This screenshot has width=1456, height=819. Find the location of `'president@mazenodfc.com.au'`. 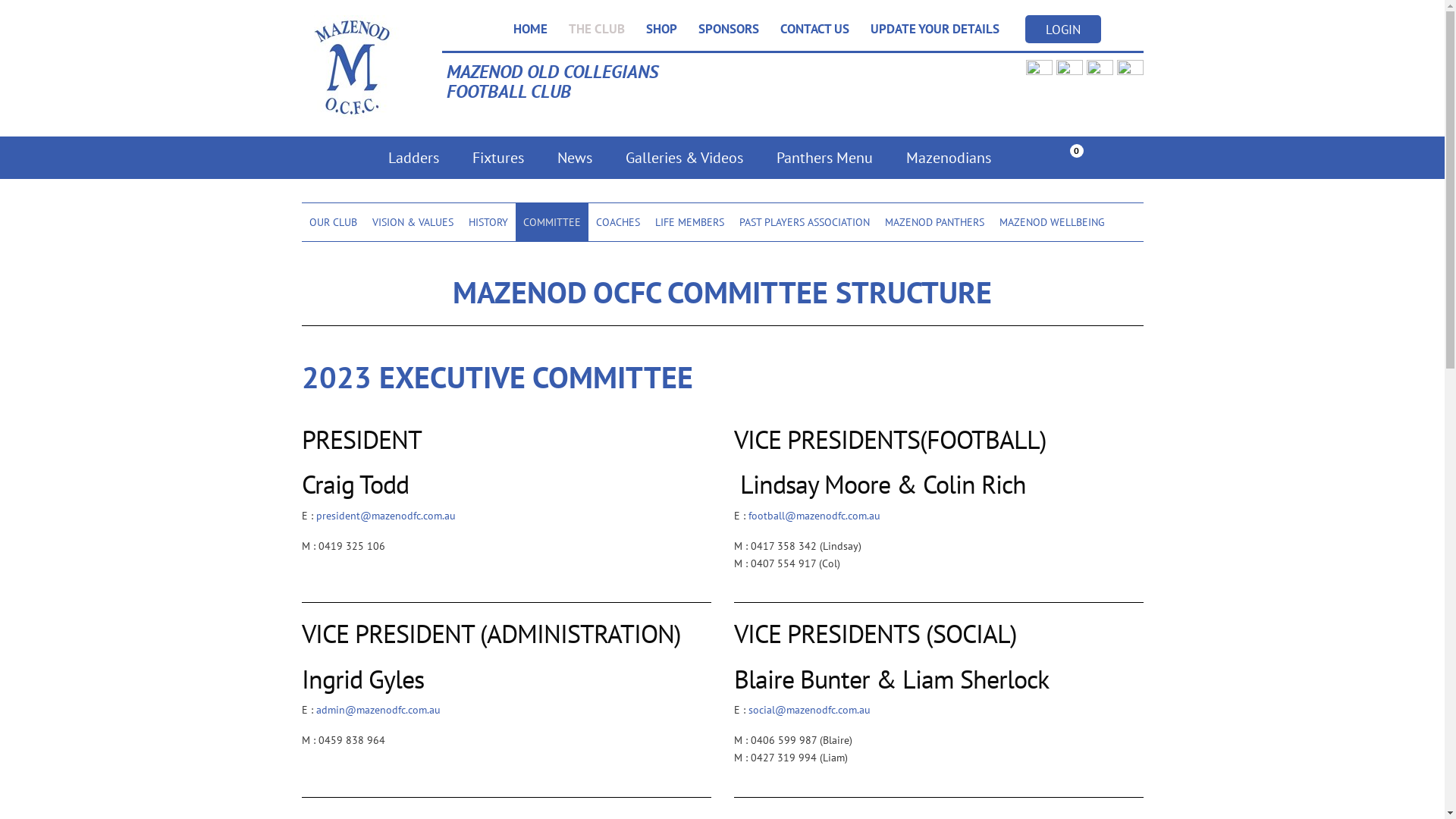

'president@mazenodfc.com.au' is located at coordinates (315, 514).